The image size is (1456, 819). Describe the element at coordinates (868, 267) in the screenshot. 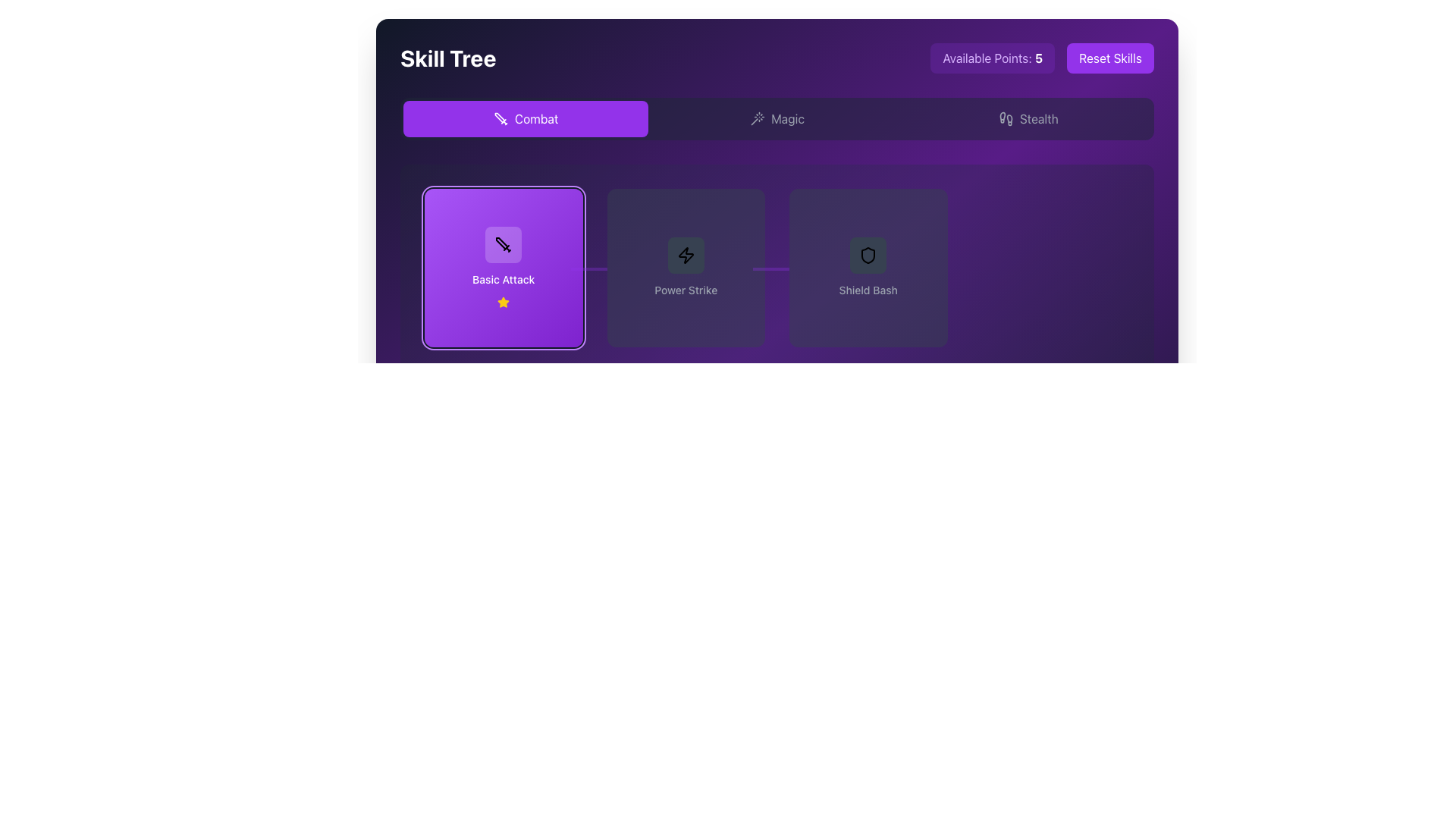

I see `the 'Shield Bash' skill button, which features a dark gray background with a black shield icon and light gray text beneath it` at that location.